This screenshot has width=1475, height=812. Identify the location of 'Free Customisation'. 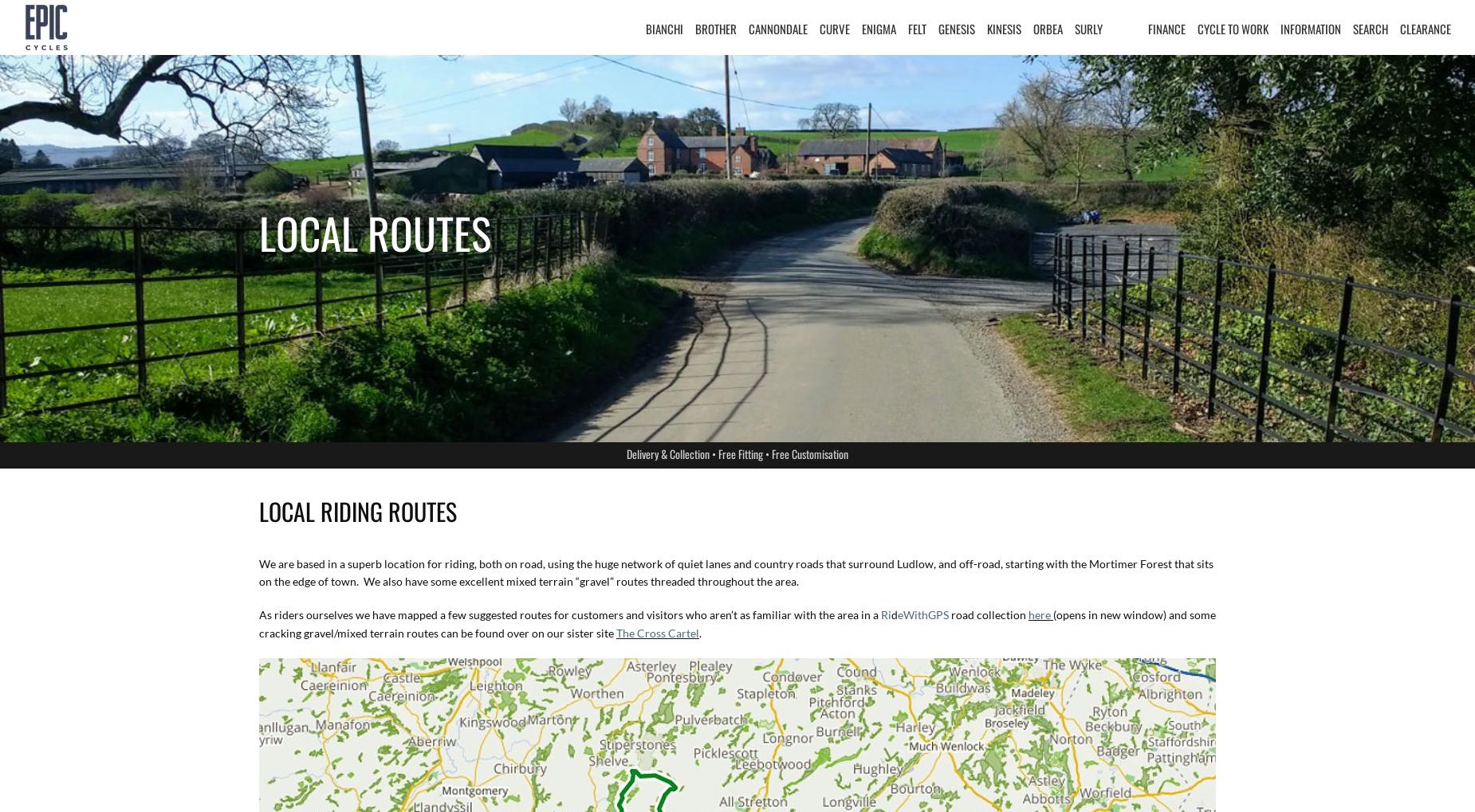
(809, 453).